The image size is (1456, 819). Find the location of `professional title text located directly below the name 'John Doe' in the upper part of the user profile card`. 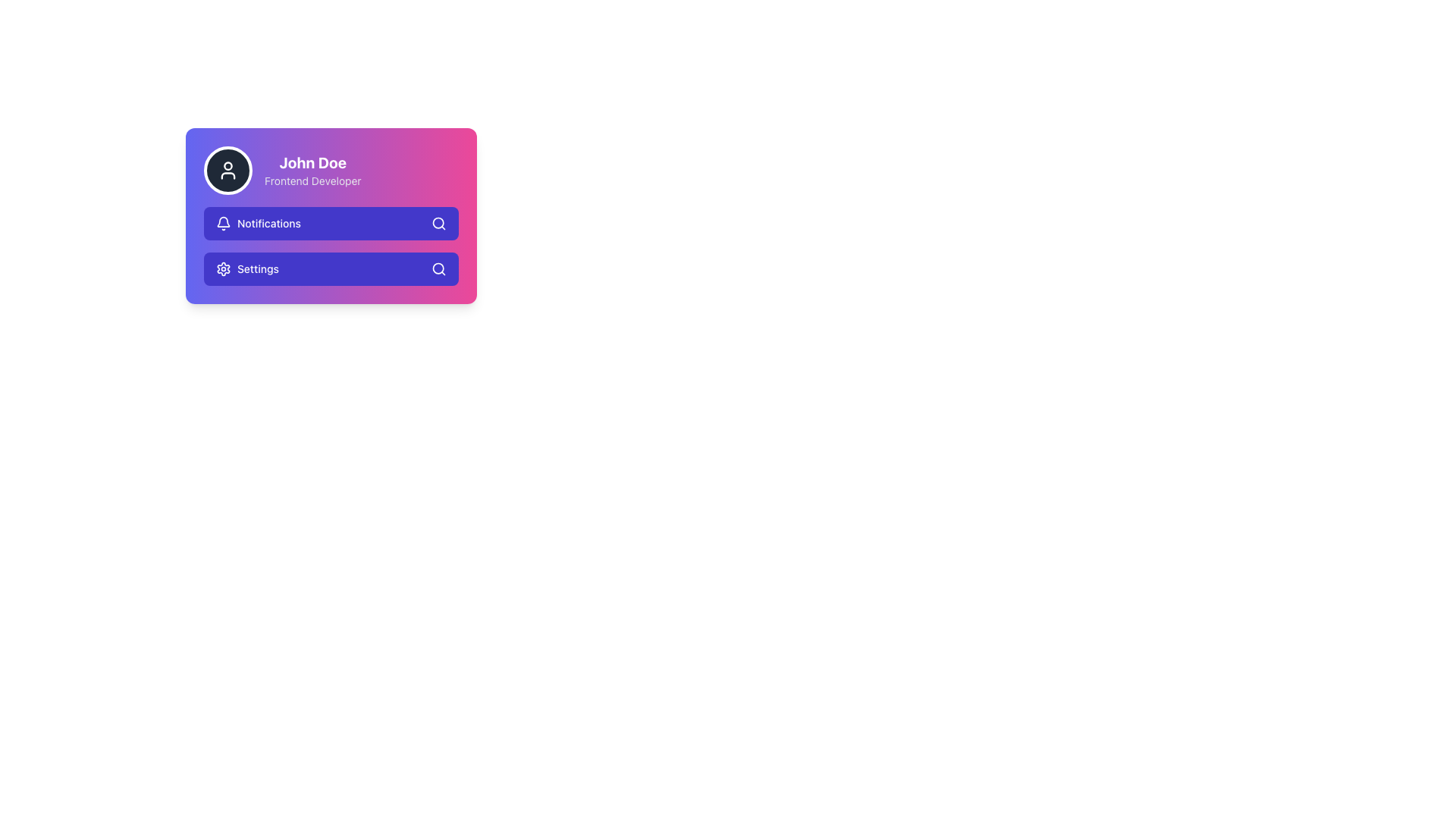

professional title text located directly below the name 'John Doe' in the upper part of the user profile card is located at coordinates (312, 180).